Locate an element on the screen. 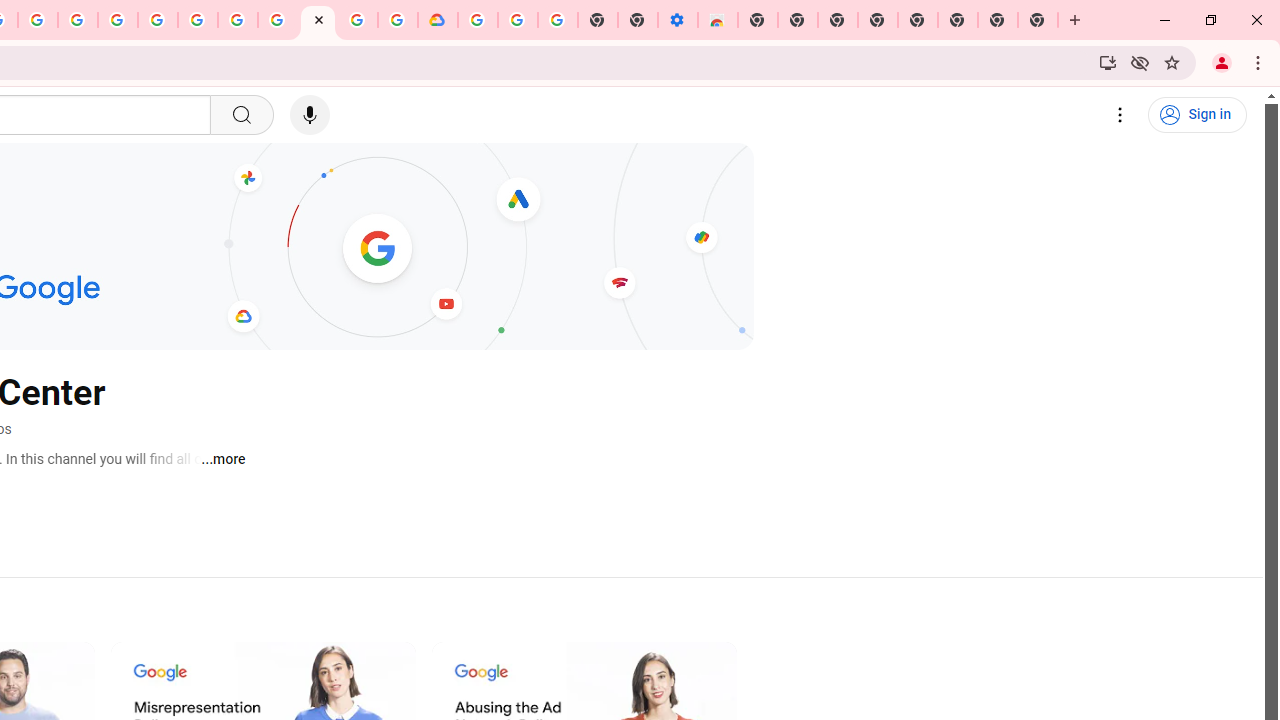  'New Tab' is located at coordinates (1038, 20).